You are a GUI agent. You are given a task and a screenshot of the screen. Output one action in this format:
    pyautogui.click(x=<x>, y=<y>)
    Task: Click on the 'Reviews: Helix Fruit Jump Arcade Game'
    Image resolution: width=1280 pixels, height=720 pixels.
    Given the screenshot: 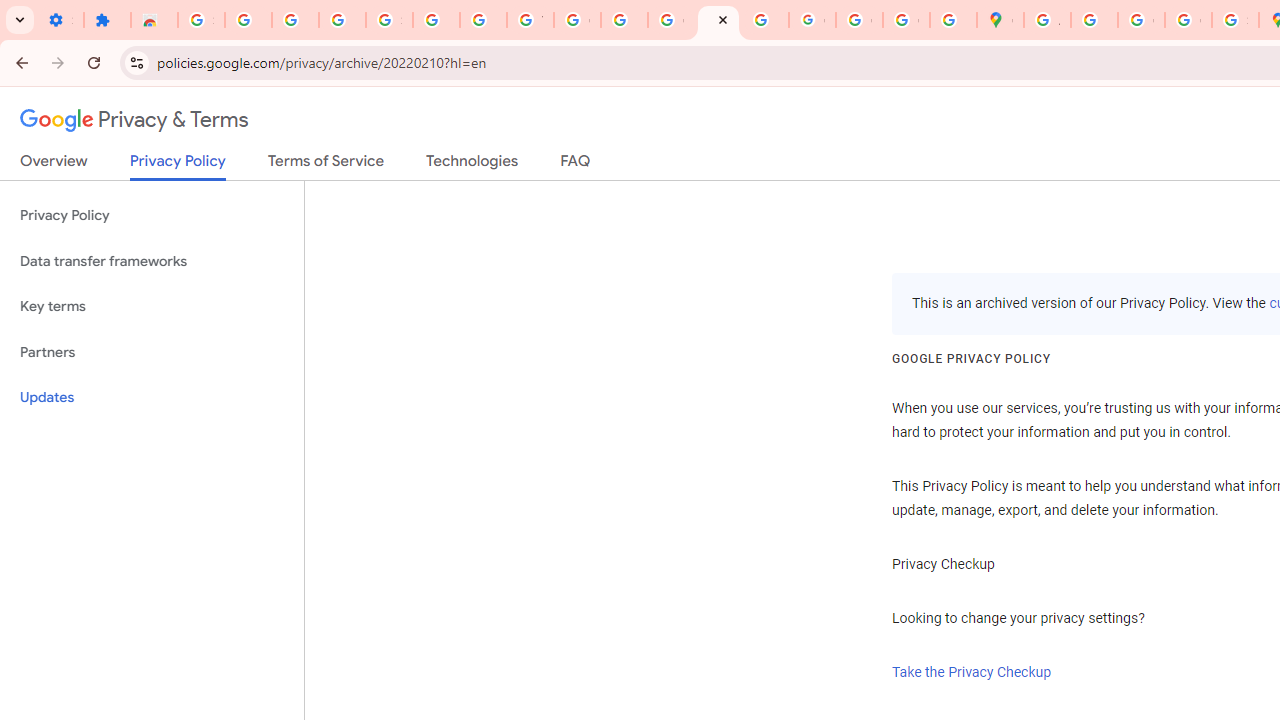 What is the action you would take?
    pyautogui.click(x=153, y=20)
    